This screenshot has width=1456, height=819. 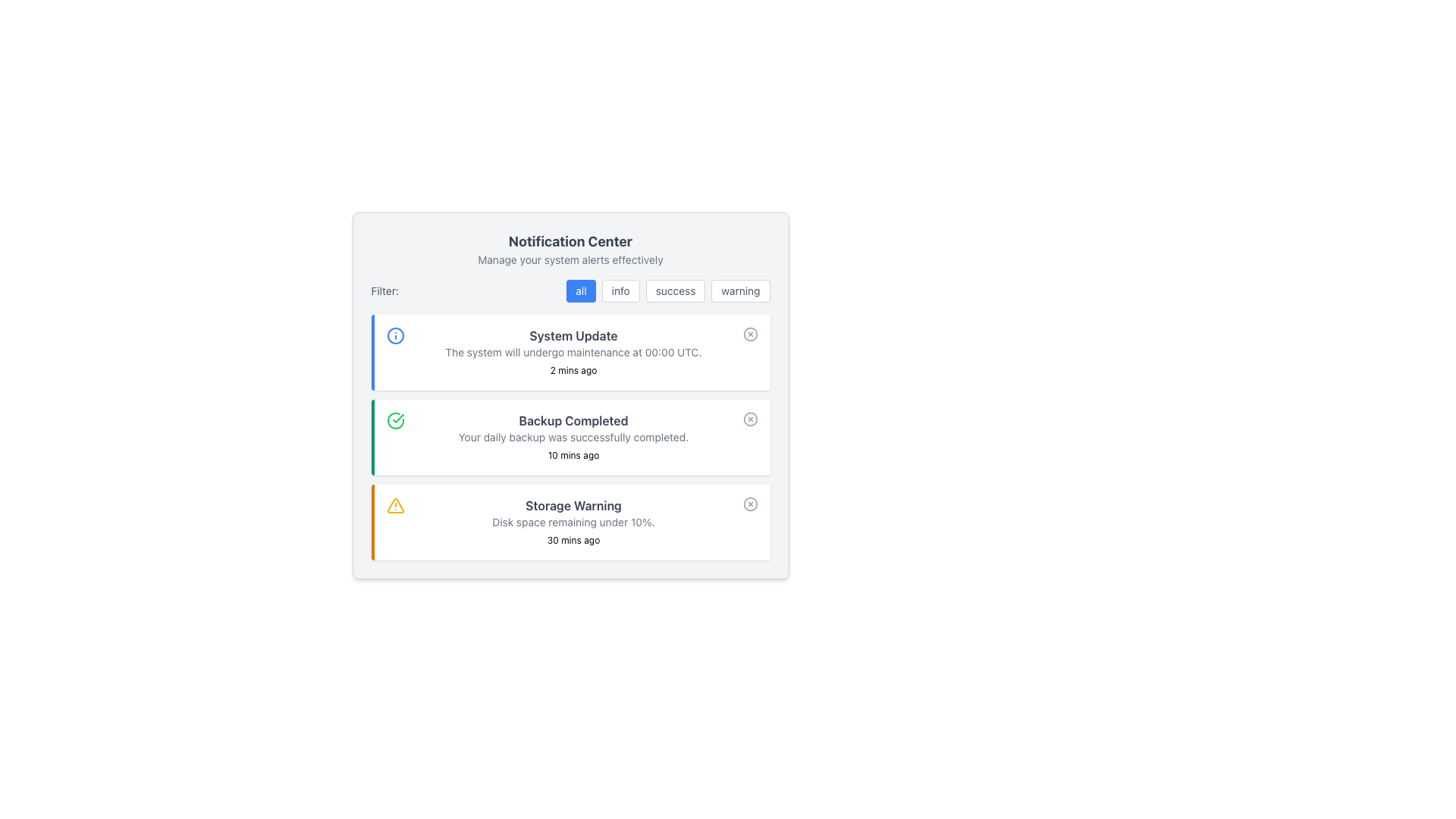 What do you see at coordinates (667, 291) in the screenshot?
I see `the 'success' filter button, which is the third button in a horizontal group of filter options below the label 'Filter:', to observe the interactive effects` at bounding box center [667, 291].